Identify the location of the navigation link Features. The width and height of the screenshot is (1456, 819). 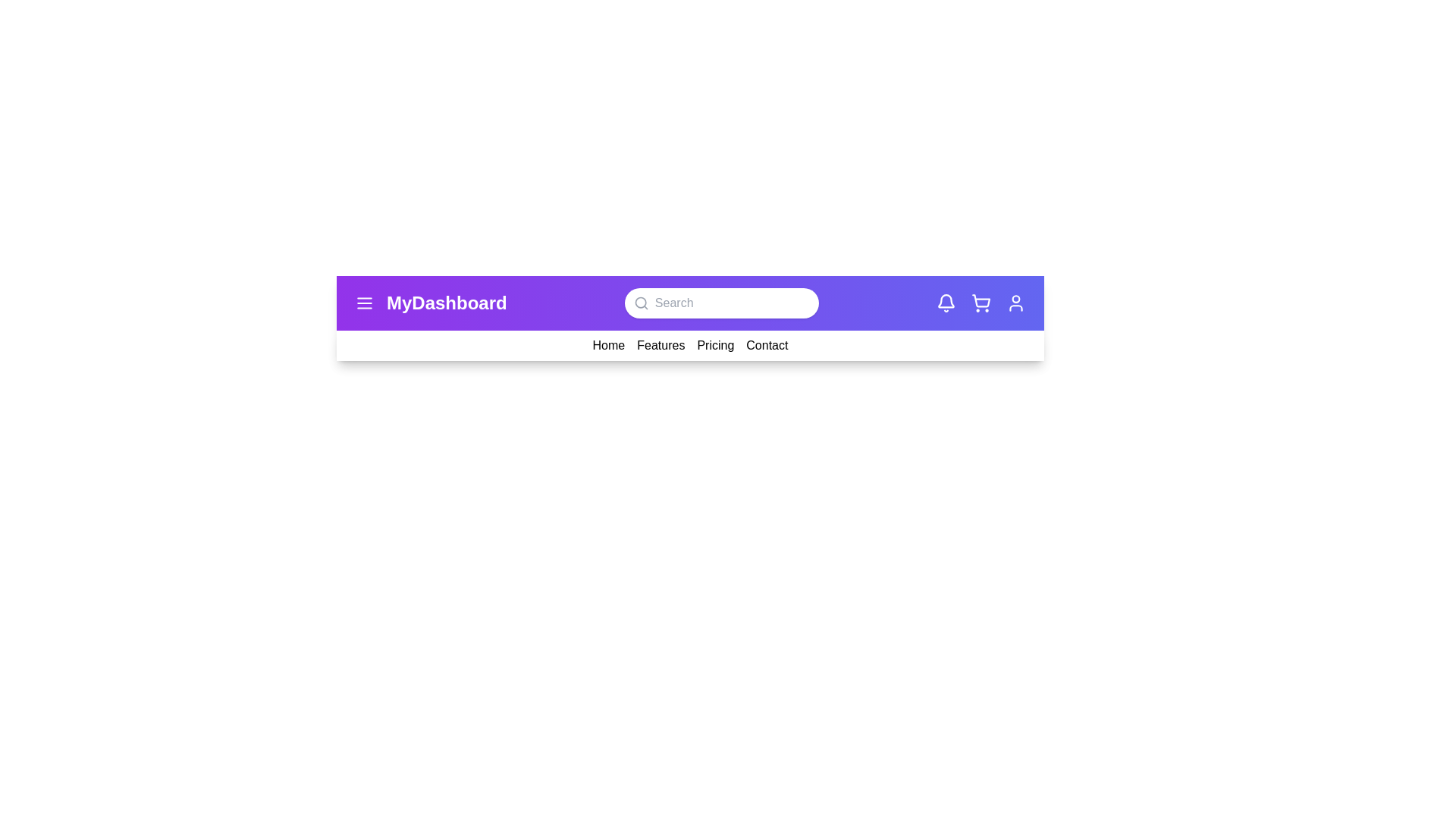
(661, 345).